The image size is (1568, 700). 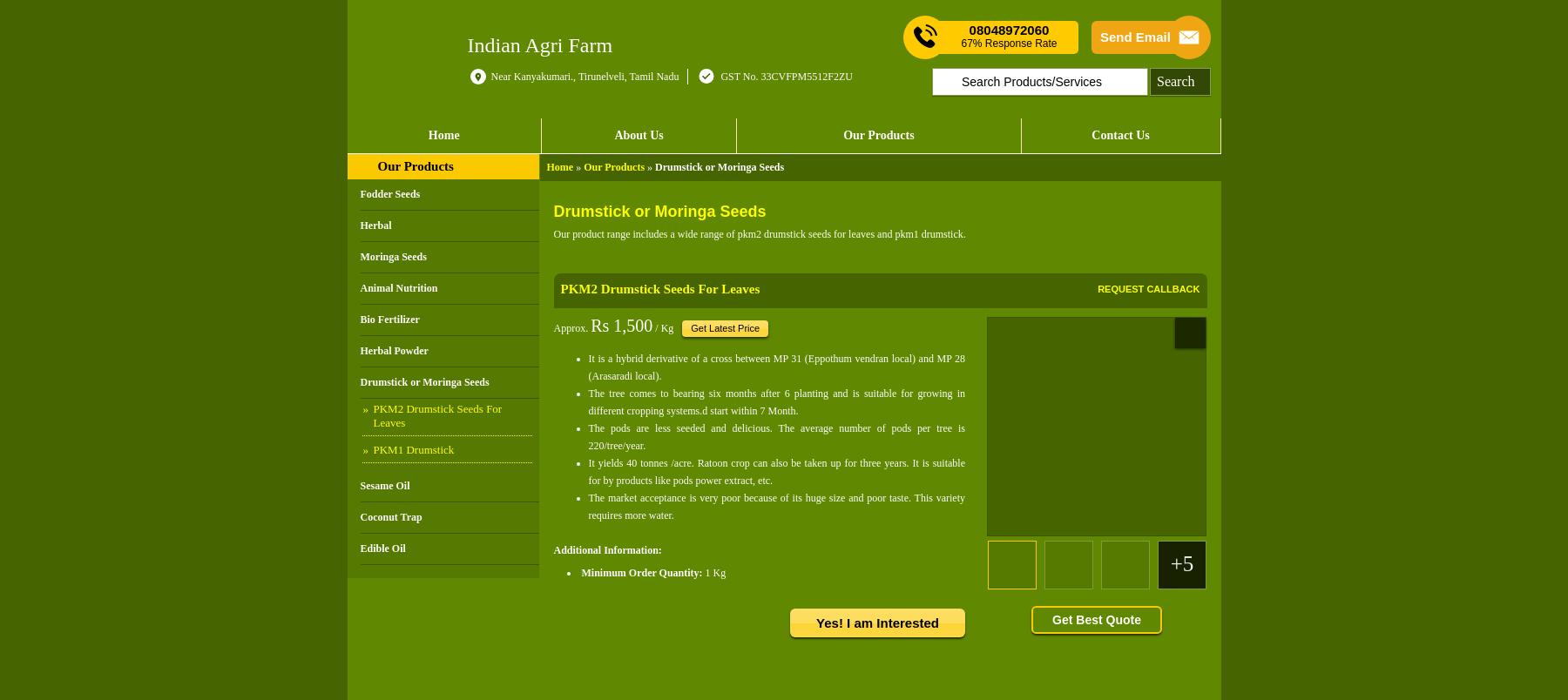 I want to click on '1 Kg', so click(x=704, y=571).